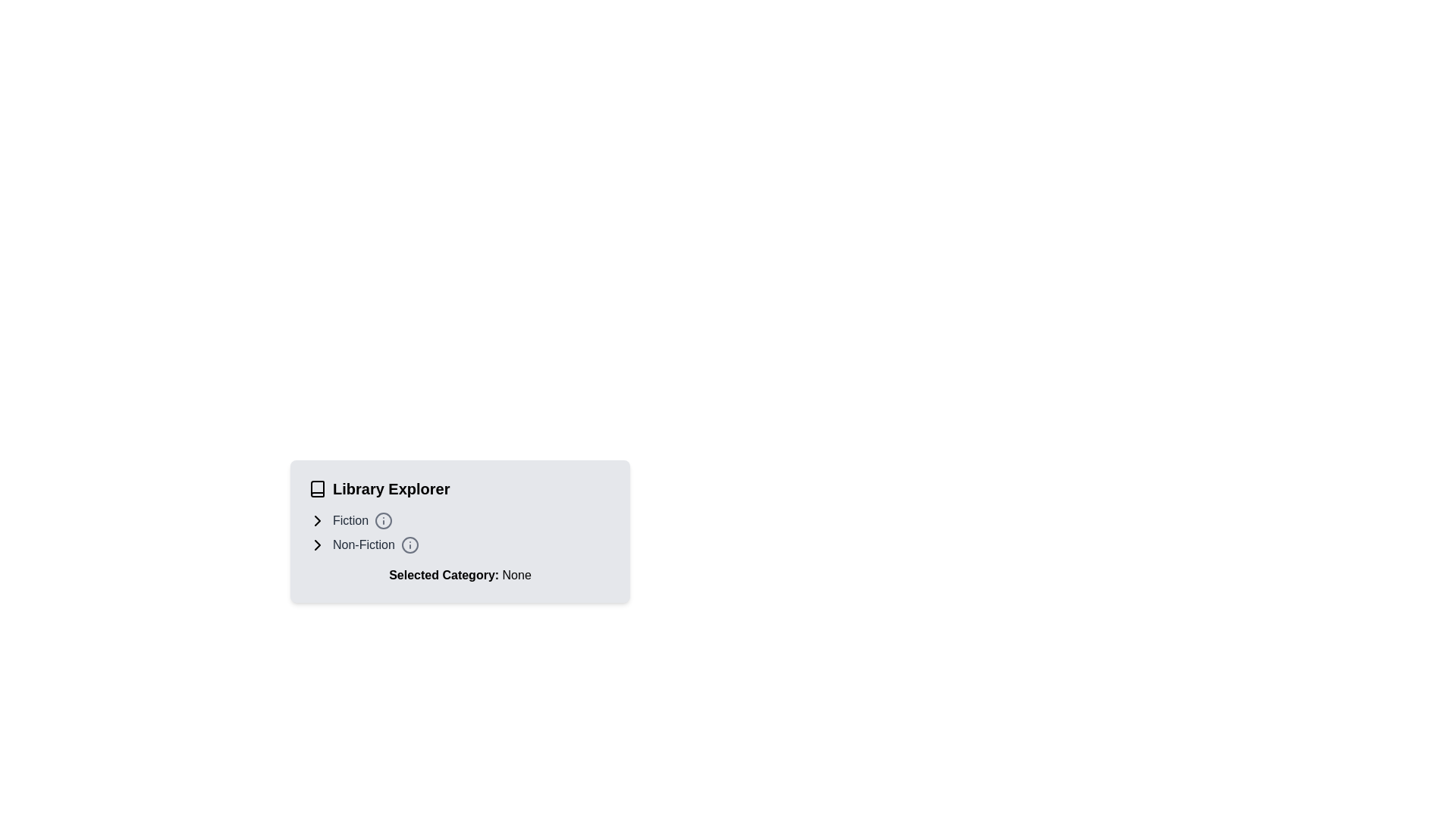 This screenshot has height=819, width=1456. What do you see at coordinates (384, 519) in the screenshot?
I see `the informative icon located immediately to the right of the 'Fiction' label in the 'Library Explorer' section` at bounding box center [384, 519].